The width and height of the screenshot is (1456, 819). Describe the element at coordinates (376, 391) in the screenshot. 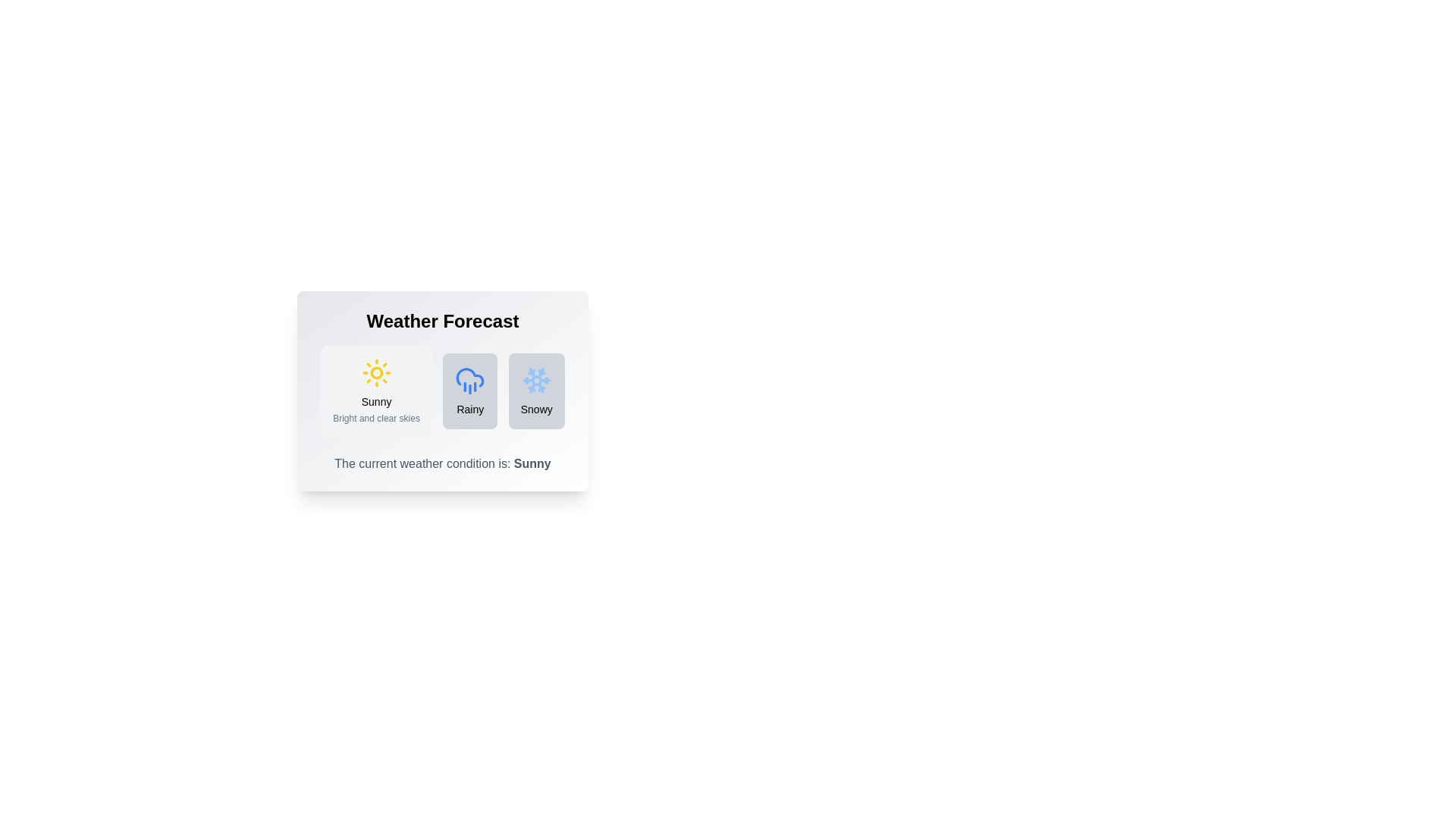

I see `the weather condition button corresponding to Sunny` at that location.